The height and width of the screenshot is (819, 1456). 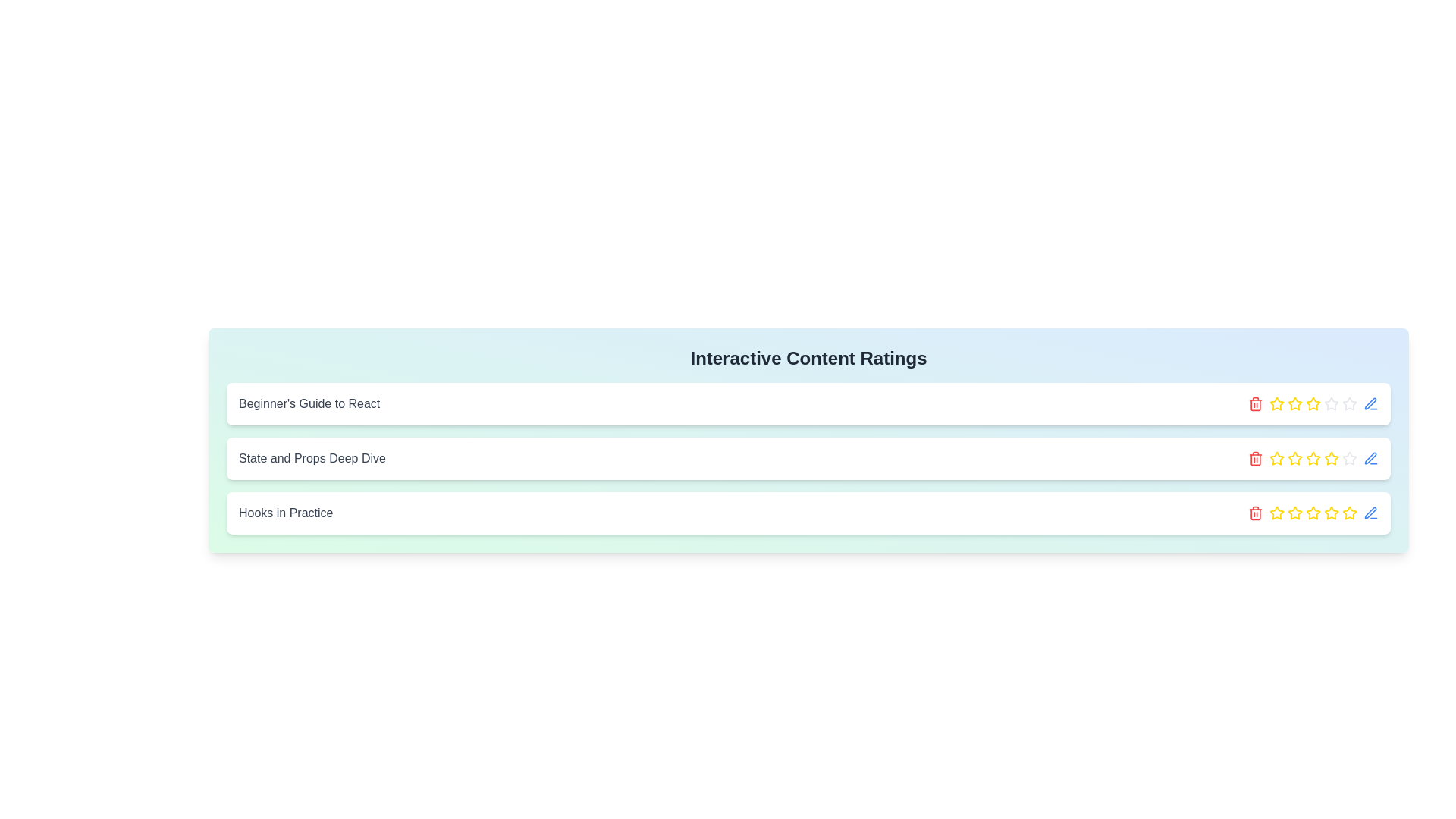 What do you see at coordinates (1276, 512) in the screenshot?
I see `the third star in the rating row of the content item titled 'Hooks in Practice' to interact with the rating system` at bounding box center [1276, 512].